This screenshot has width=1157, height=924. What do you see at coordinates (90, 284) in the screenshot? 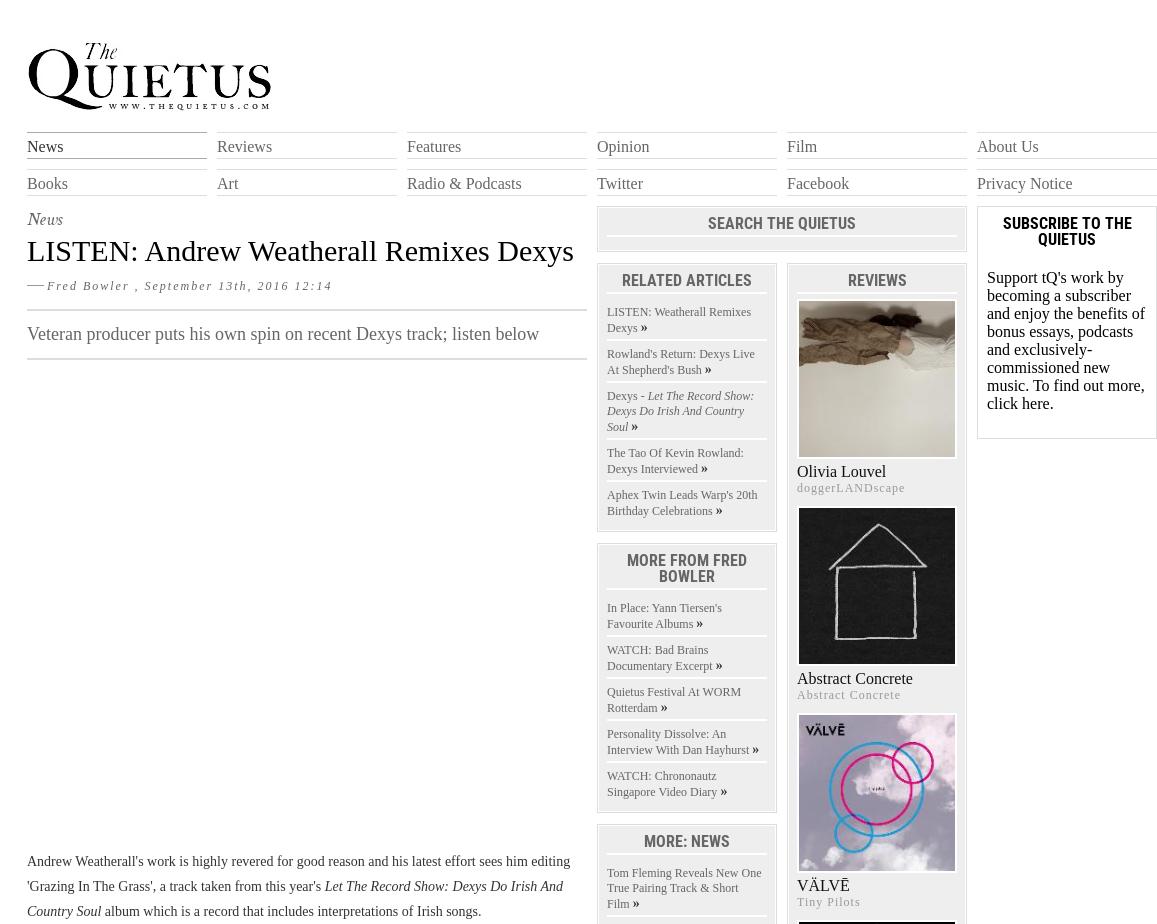
I see `'Fred Bowler'` at bounding box center [90, 284].